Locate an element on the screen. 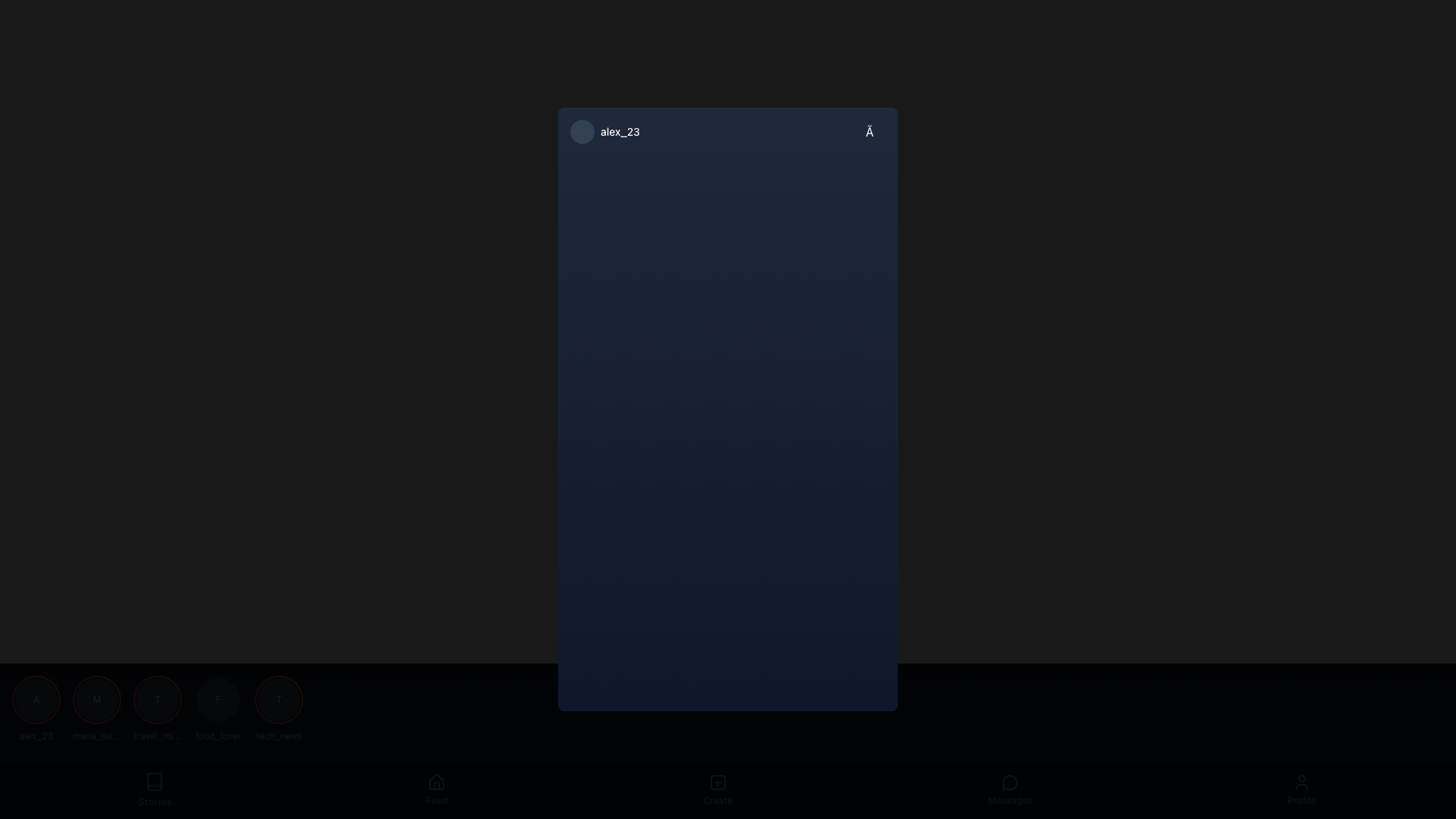  the 'Feed' button, which features a home icon and is the second item in the bottom navigation bar is located at coordinates (436, 789).